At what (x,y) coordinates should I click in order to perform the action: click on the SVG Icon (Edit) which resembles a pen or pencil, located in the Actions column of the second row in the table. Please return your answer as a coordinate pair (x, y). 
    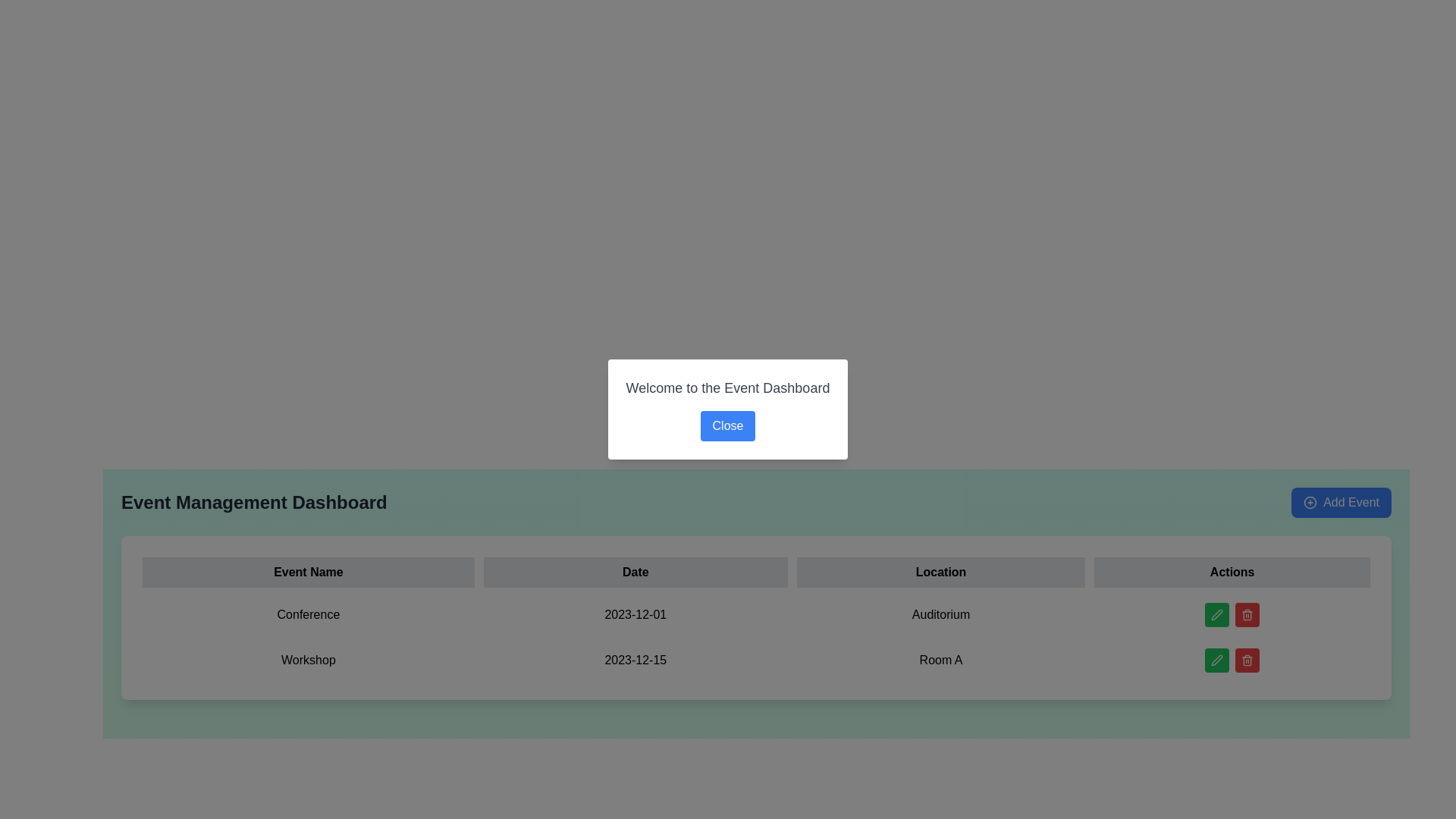
    Looking at the image, I should click on (1217, 614).